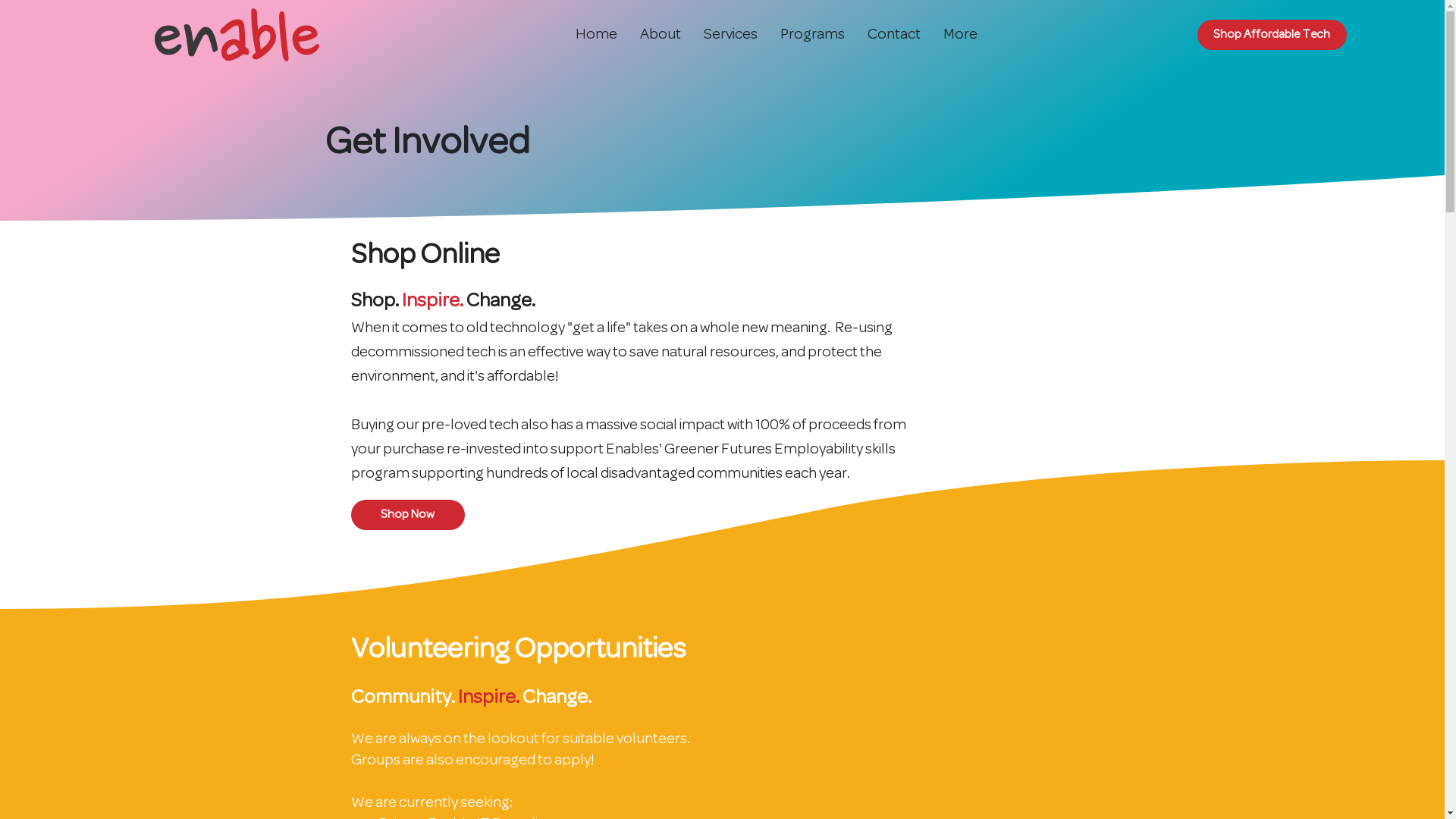  What do you see at coordinates (1272, 34) in the screenshot?
I see `'Shop Affordable Tech'` at bounding box center [1272, 34].